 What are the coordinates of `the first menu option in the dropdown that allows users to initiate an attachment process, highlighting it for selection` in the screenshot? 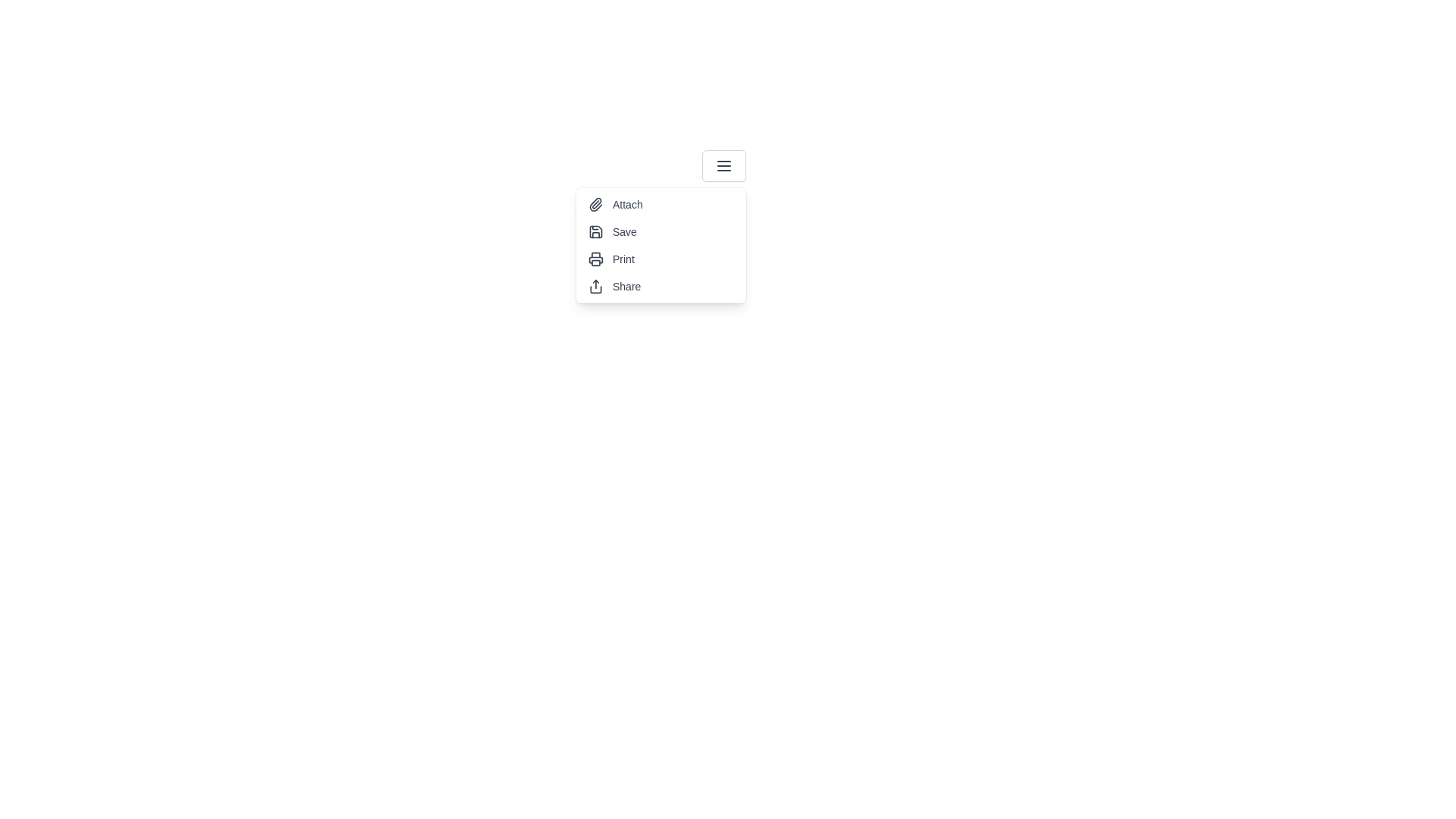 It's located at (661, 205).